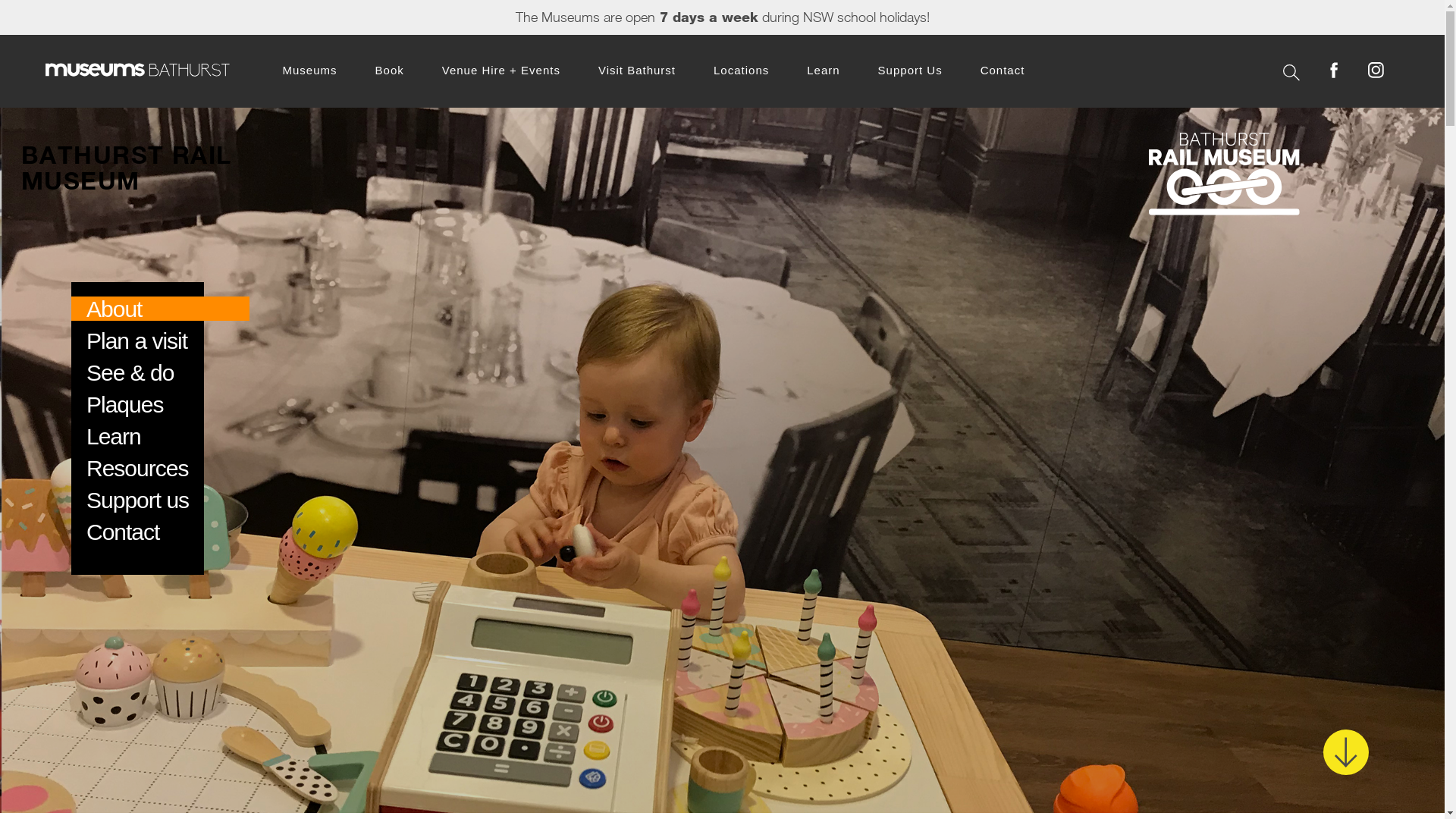  I want to click on 'Museums', so click(309, 70).